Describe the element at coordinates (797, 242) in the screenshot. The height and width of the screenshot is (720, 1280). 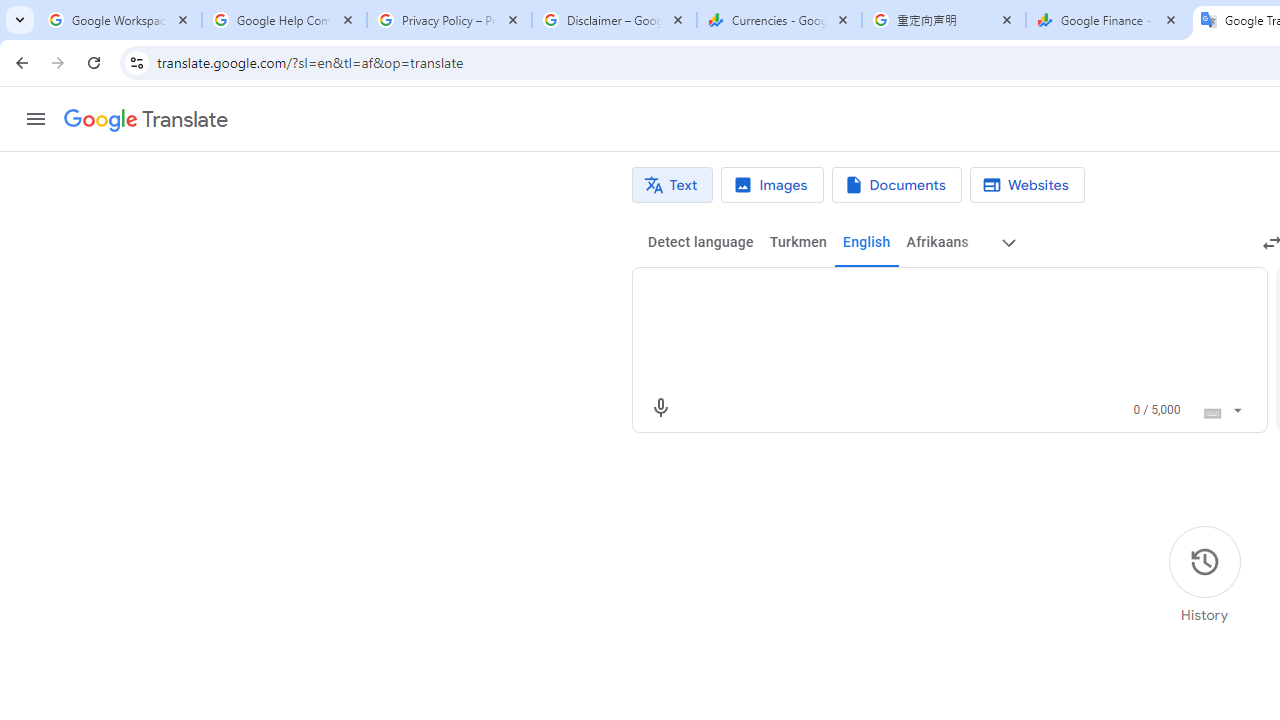
I see `'Turkmen'` at that location.